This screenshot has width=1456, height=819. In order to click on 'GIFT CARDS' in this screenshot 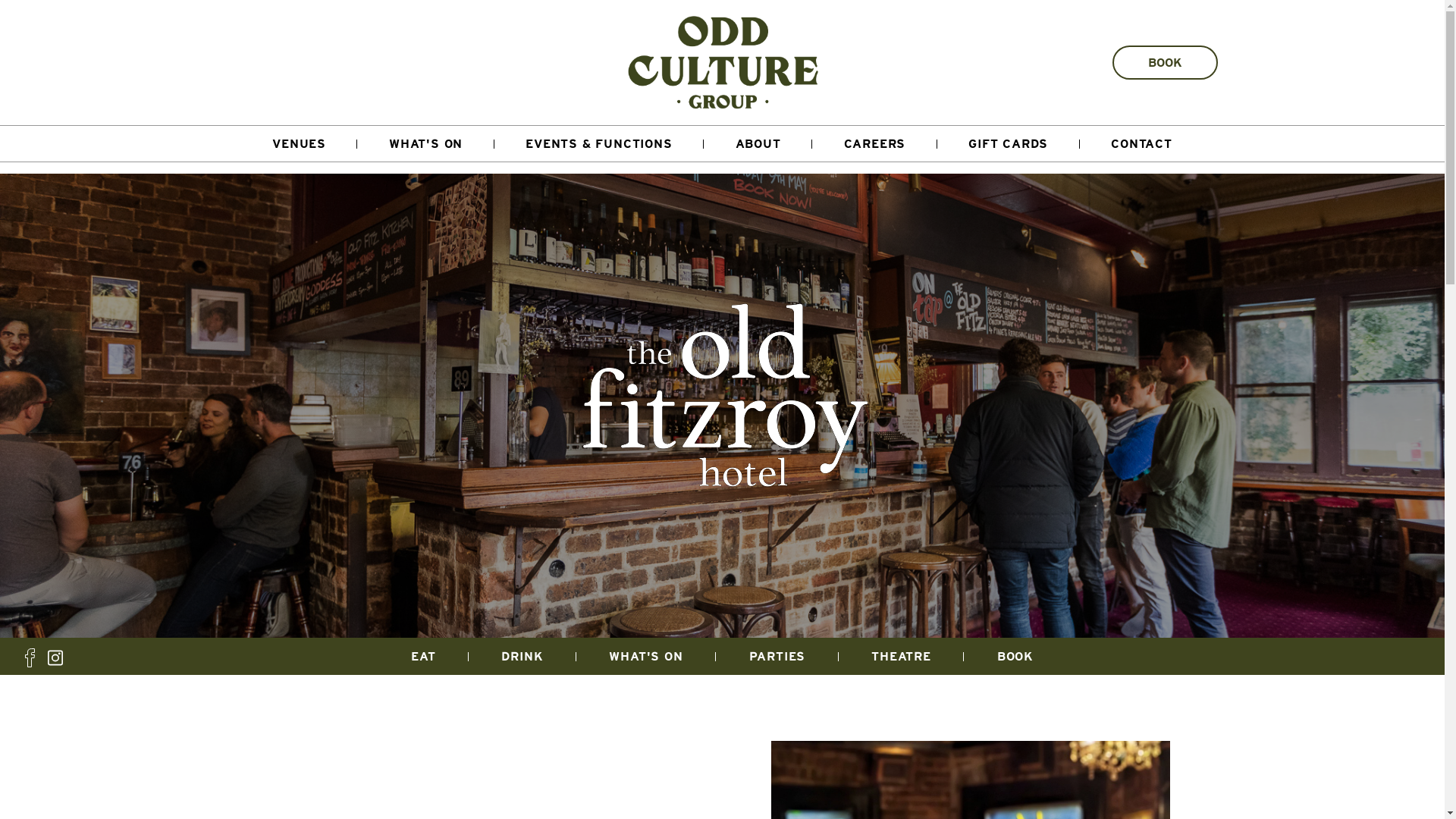, I will do `click(937, 143)`.